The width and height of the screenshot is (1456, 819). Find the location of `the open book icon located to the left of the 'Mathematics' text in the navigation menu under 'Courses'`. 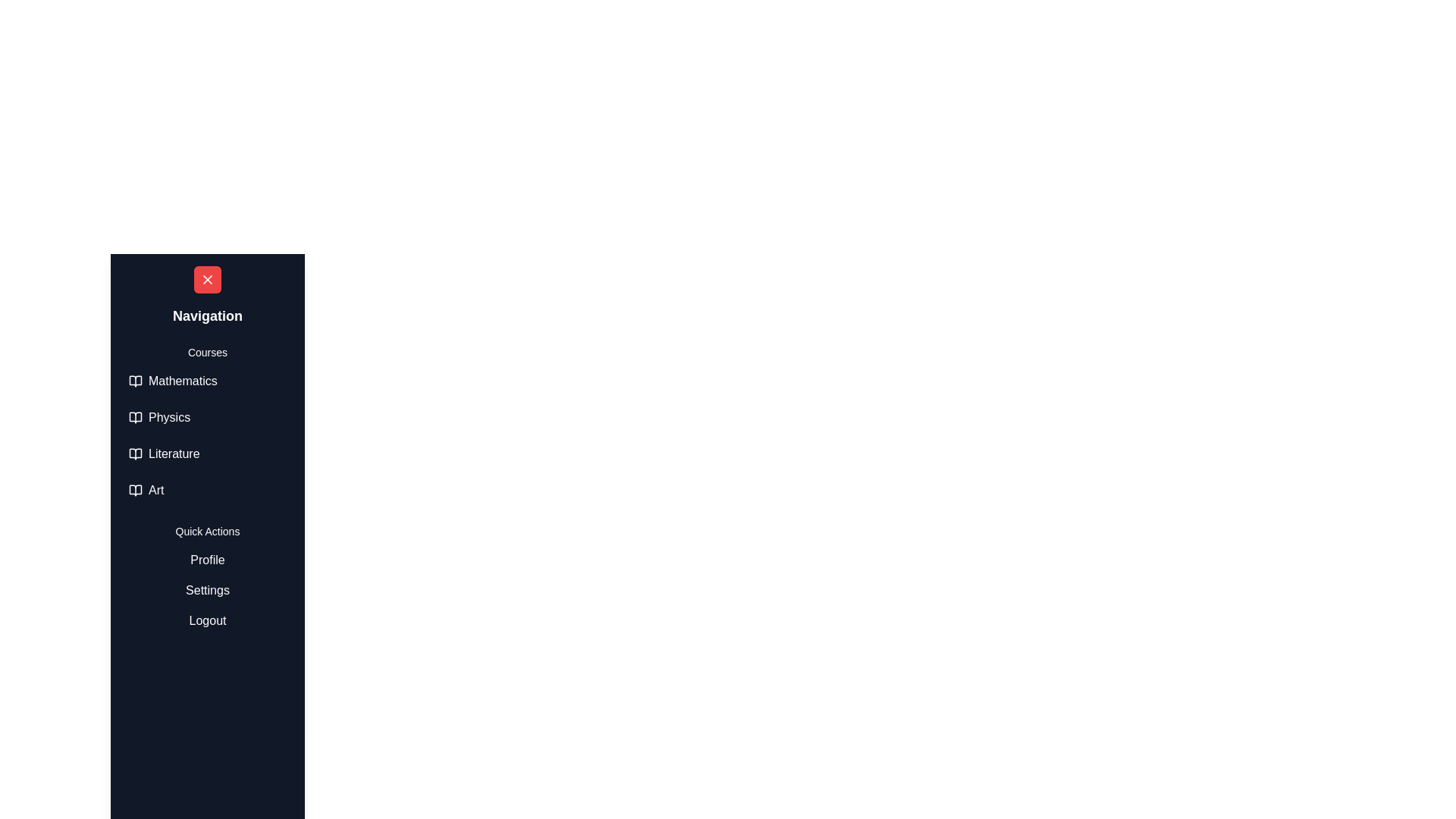

the open book icon located to the left of the 'Mathematics' text in the navigation menu under 'Courses' is located at coordinates (135, 380).